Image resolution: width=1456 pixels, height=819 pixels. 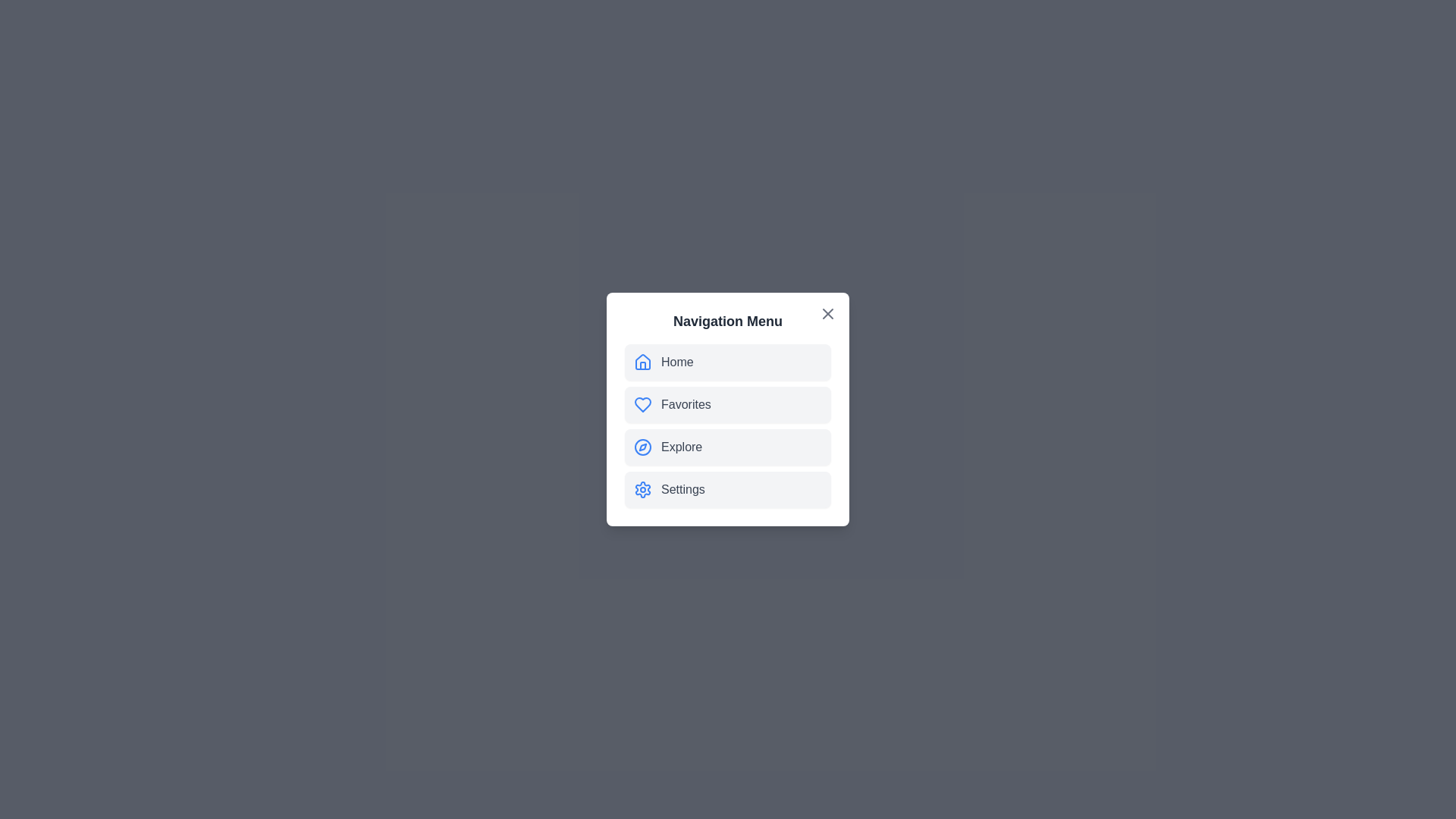 I want to click on the 'Favorites' navigation item, so click(x=728, y=403).